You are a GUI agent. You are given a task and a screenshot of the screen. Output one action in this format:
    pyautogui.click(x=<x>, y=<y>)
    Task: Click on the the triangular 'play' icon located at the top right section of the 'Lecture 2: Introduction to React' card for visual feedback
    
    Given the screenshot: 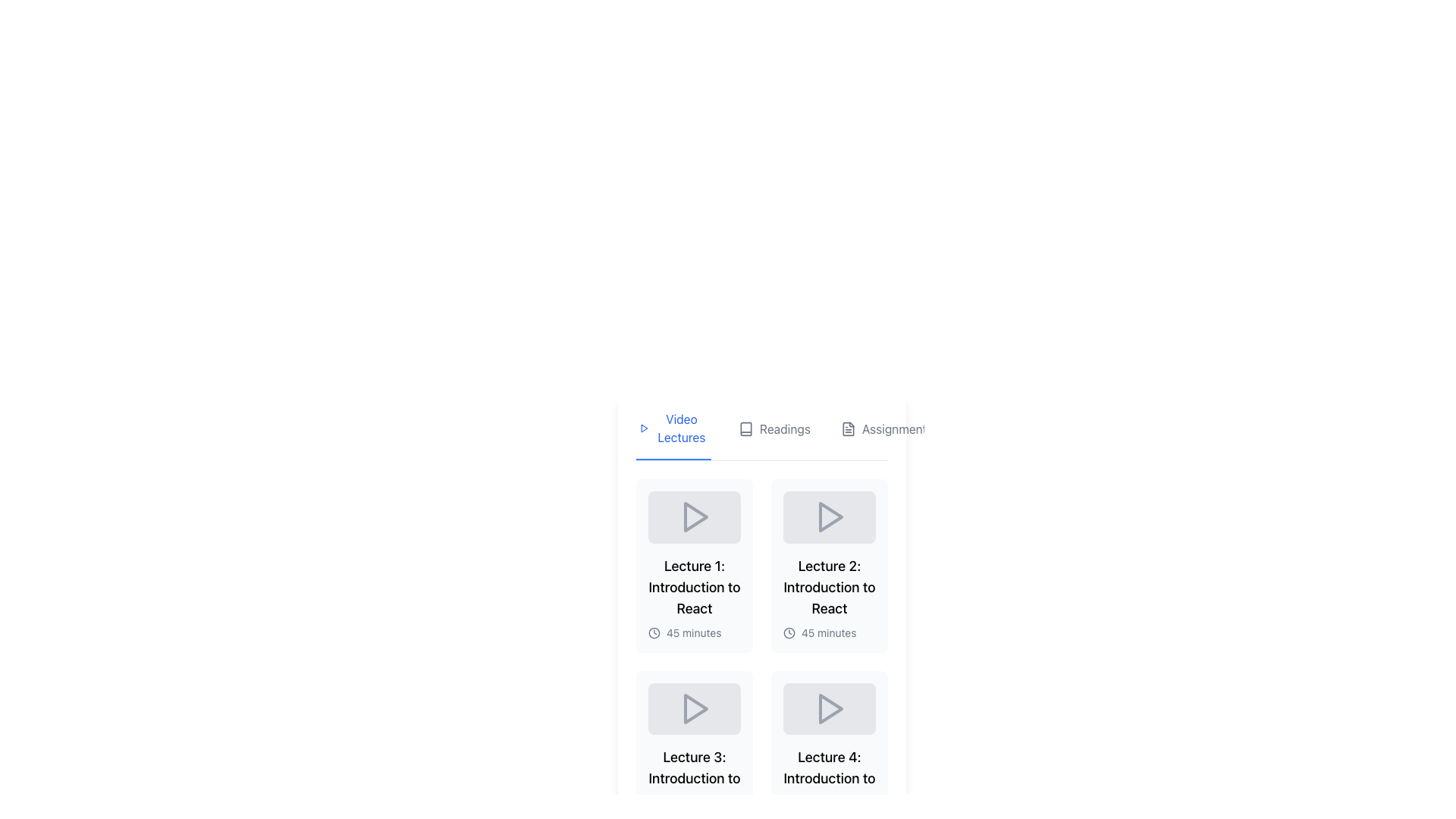 What is the action you would take?
    pyautogui.click(x=830, y=516)
    